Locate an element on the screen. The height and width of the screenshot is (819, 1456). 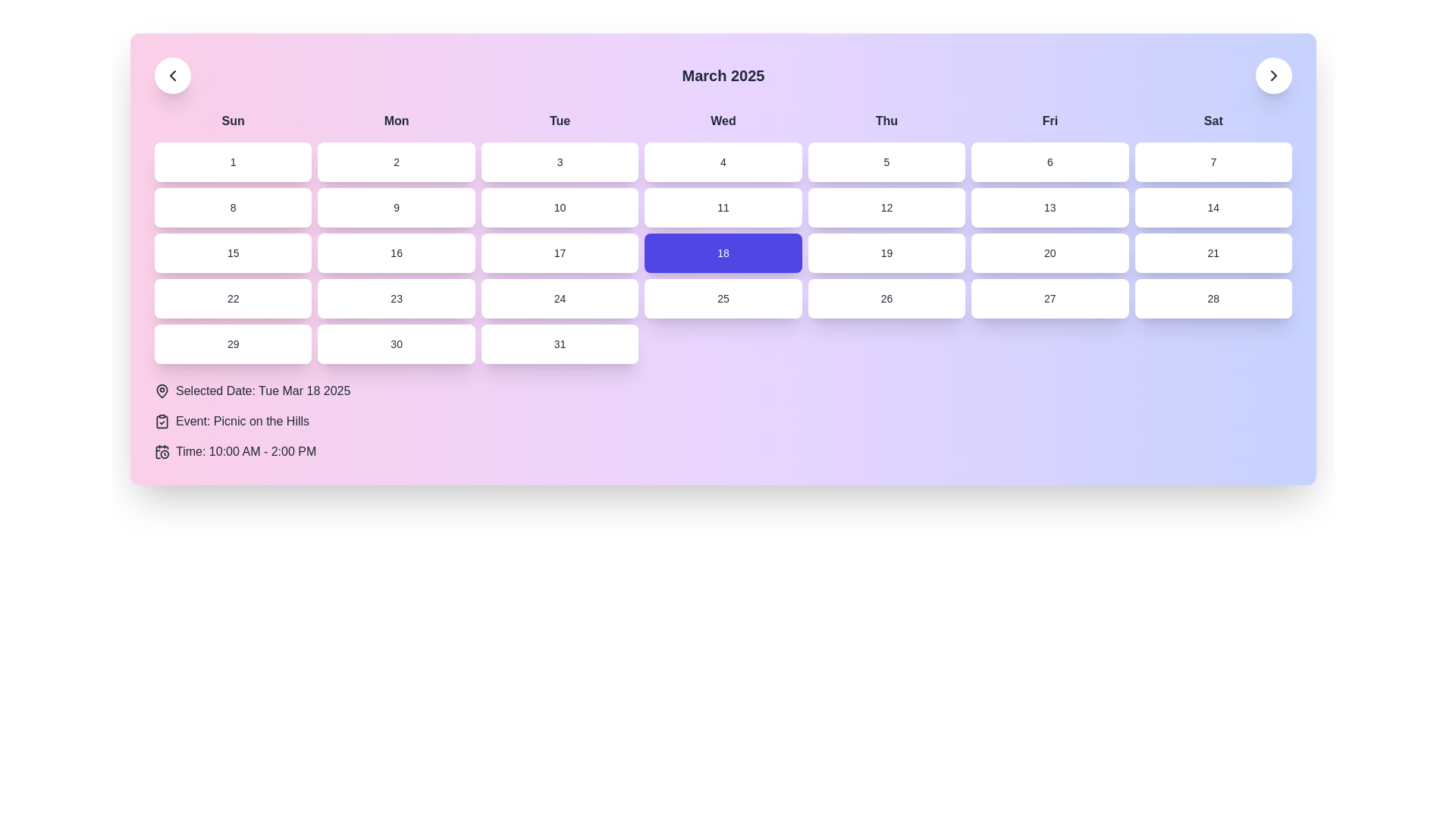
the chevron-left icon, which is a small vector-based icon enclosed in a circular button with a white background, located at the top-left corner of the calendar interface is located at coordinates (172, 76).